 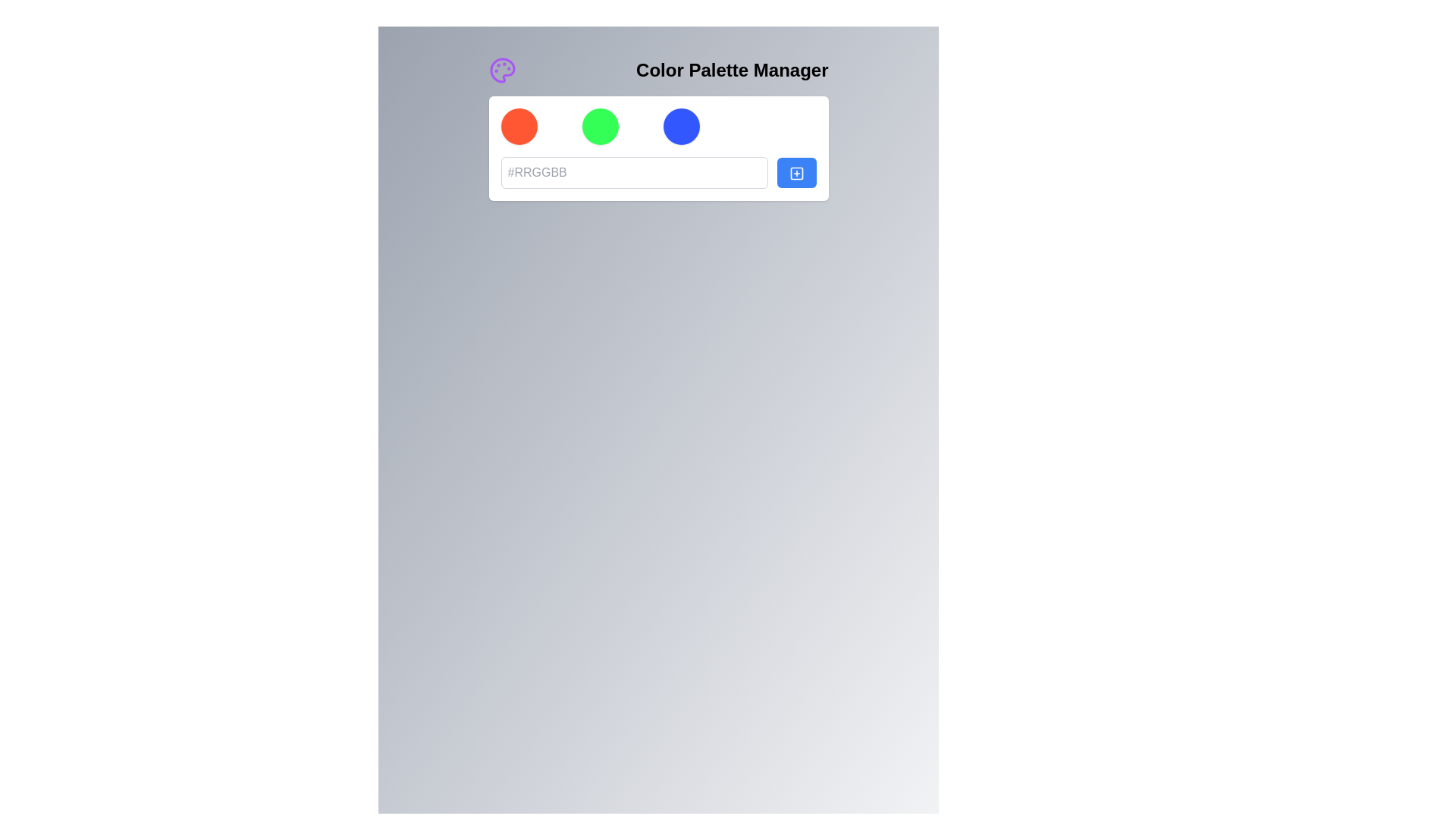 I want to click on the circular color option in the Row layout of selectable circular items within the 'Color Palette Manager', so click(x=658, y=125).